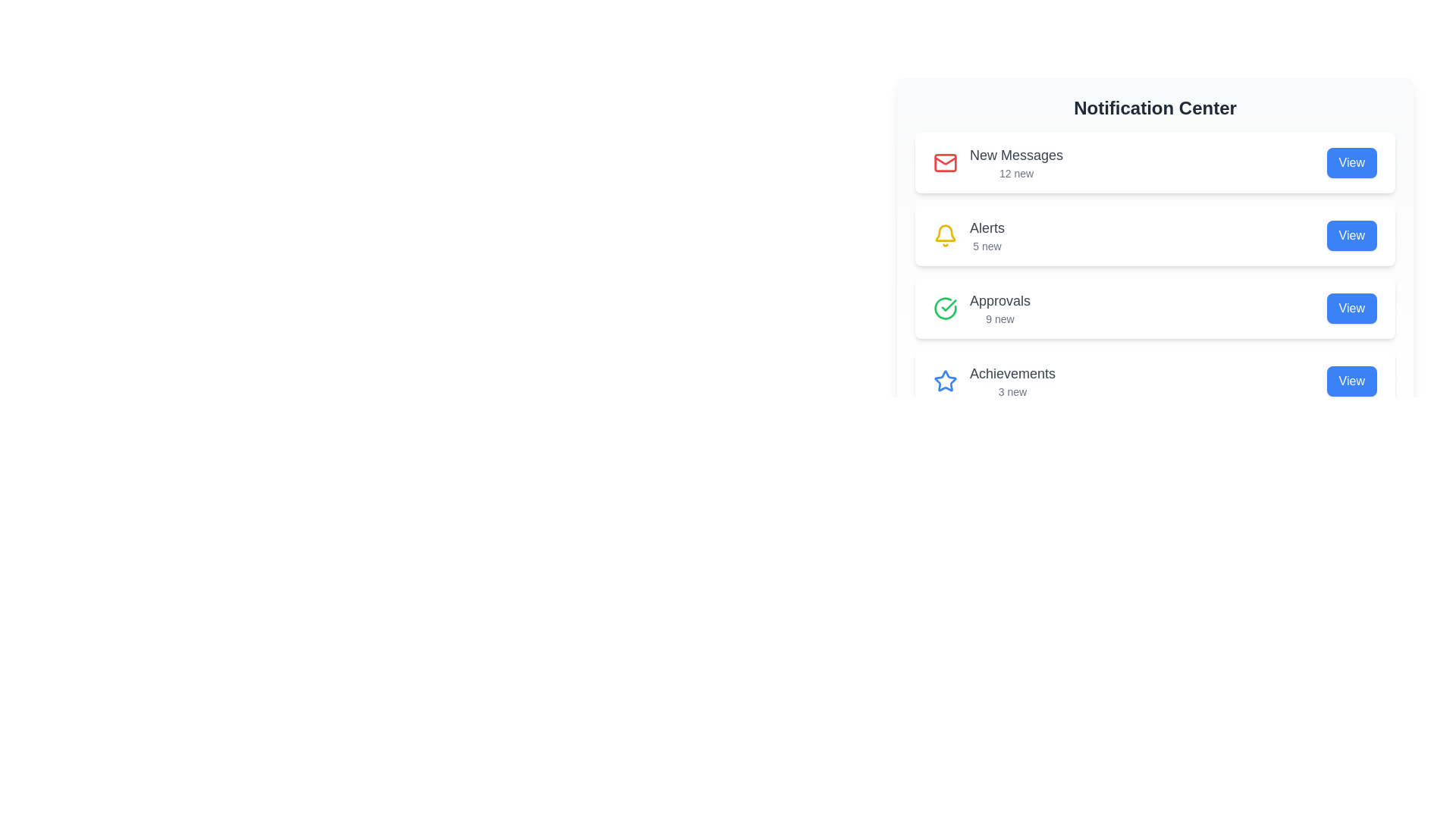 The image size is (1456, 819). What do you see at coordinates (1012, 374) in the screenshot?
I see `the title text element located in the bottom list item of the notification list, which is positioned to the right of a blue star icon and above the smaller text '3 new'` at bounding box center [1012, 374].